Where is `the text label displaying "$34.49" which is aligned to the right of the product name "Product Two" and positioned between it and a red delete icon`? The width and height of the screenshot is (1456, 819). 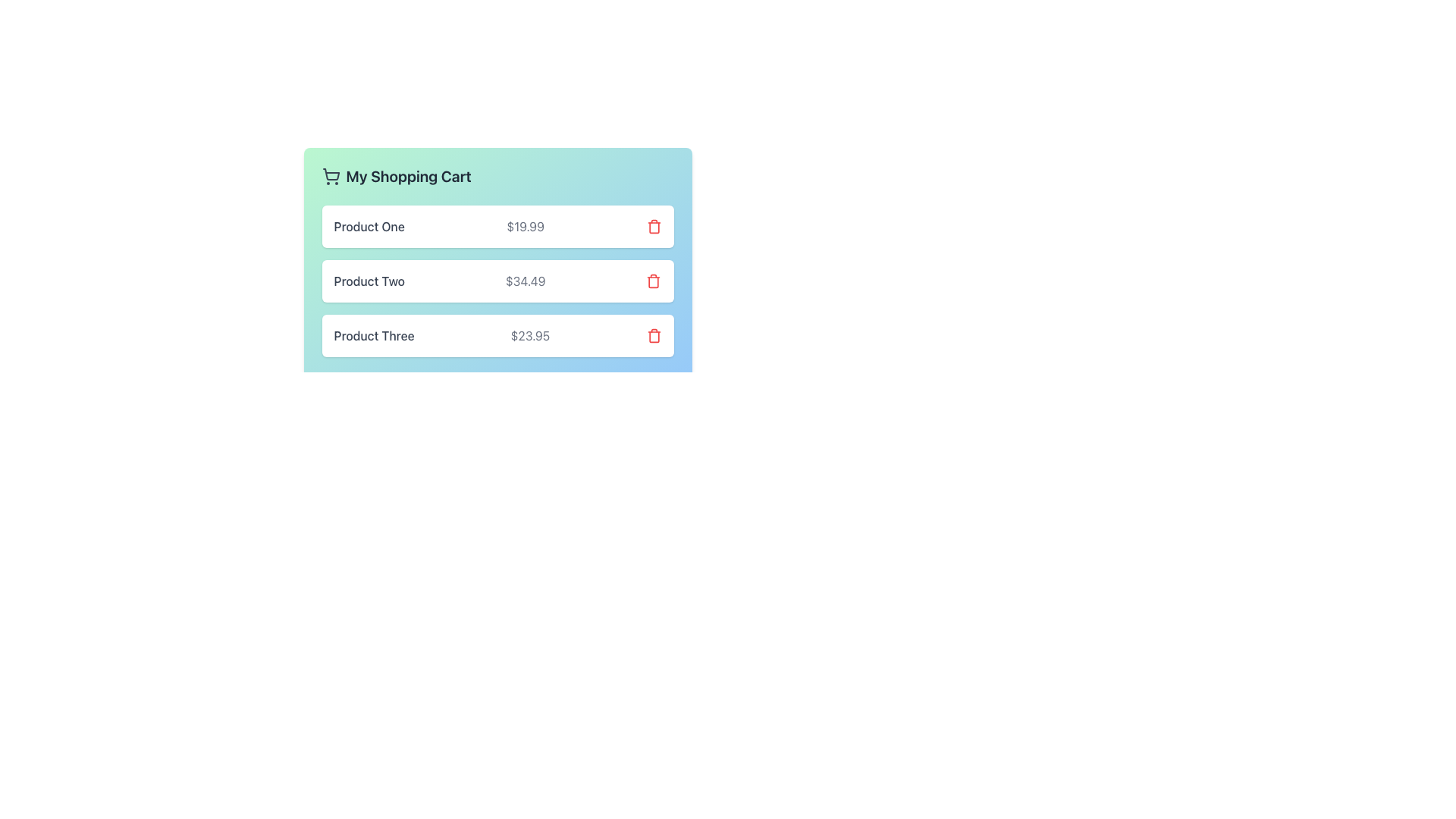
the text label displaying "$34.49" which is aligned to the right of the product name "Product Two" and positioned between it and a red delete icon is located at coordinates (526, 281).